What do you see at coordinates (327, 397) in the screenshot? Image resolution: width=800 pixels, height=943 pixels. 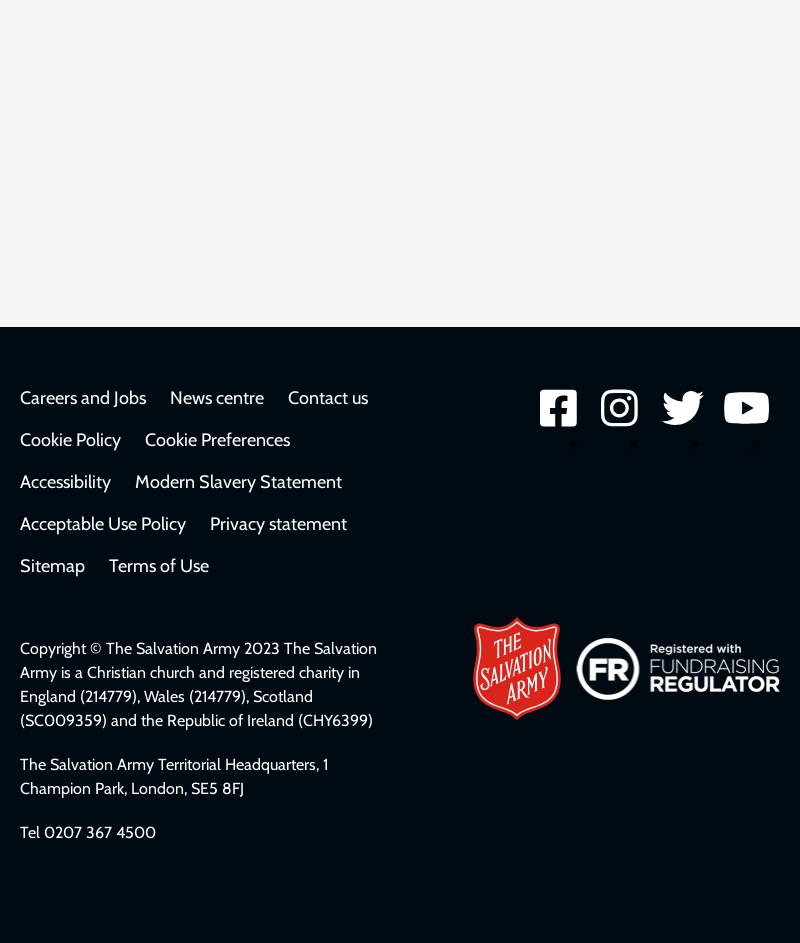 I see `'Contact us'` at bounding box center [327, 397].